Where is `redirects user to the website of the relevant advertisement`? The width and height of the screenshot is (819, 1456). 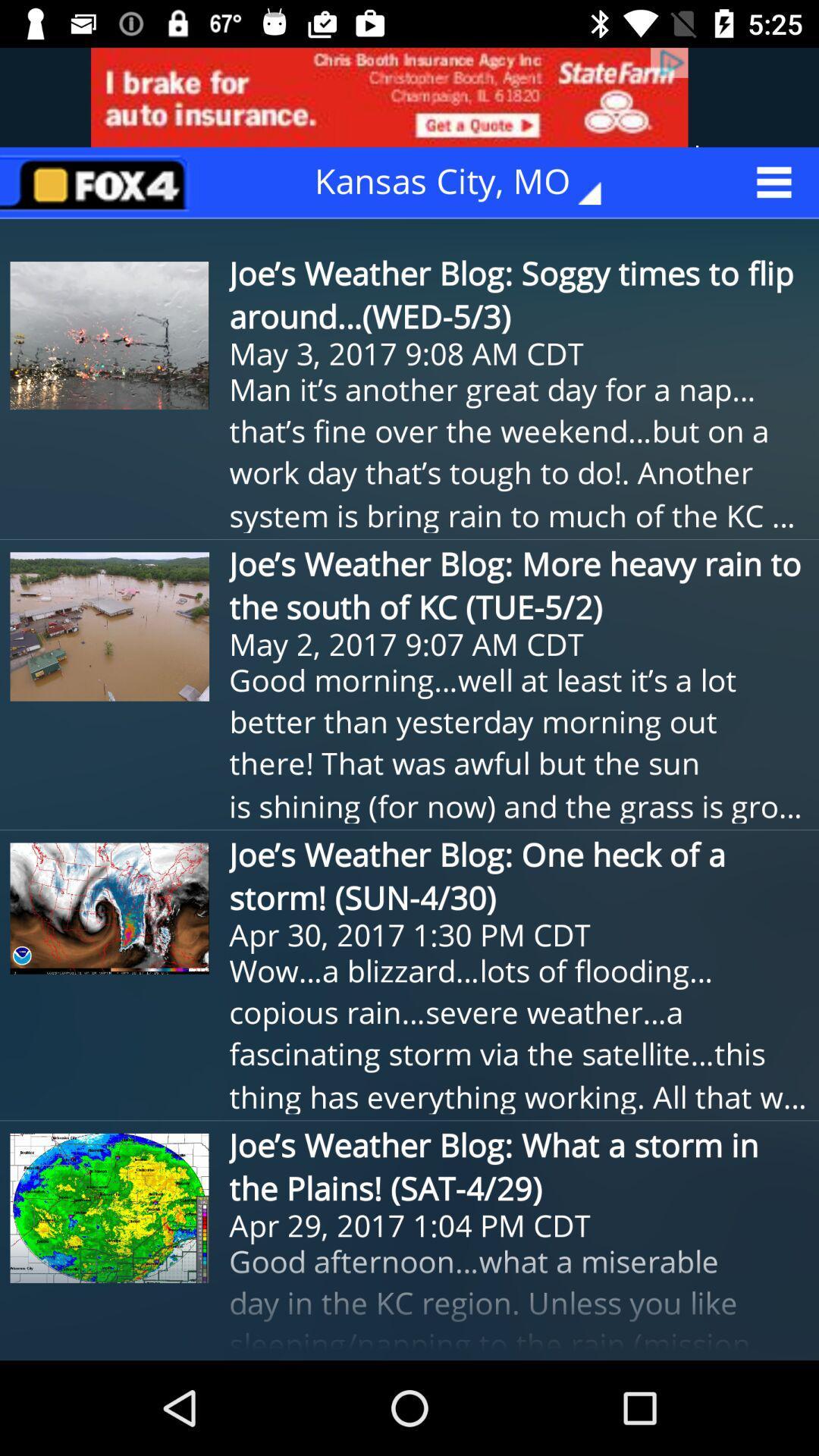
redirects user to the website of the relevant advertisement is located at coordinates (409, 96).